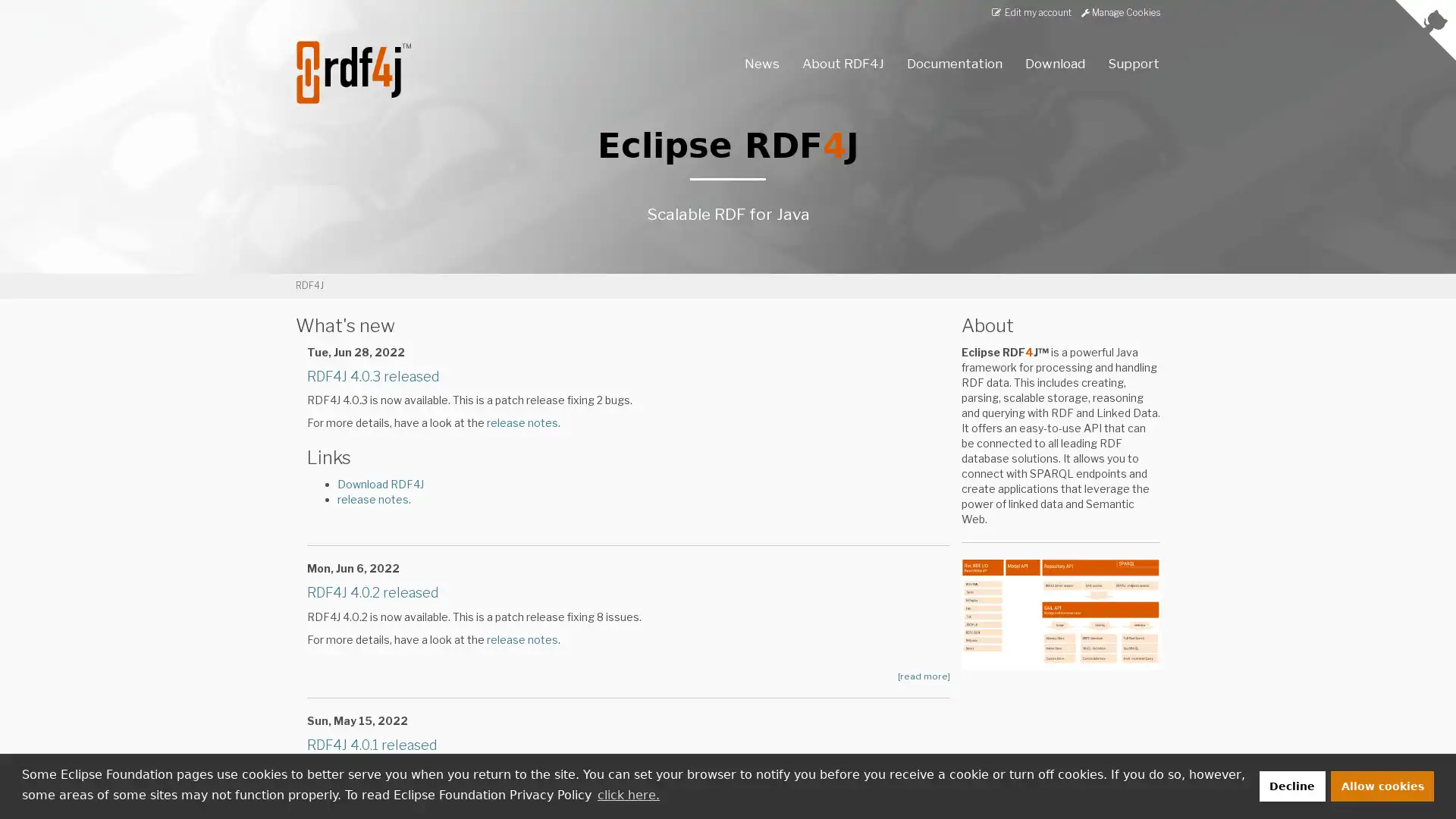 The height and width of the screenshot is (819, 1456). What do you see at coordinates (1291, 785) in the screenshot?
I see `deny cookies` at bounding box center [1291, 785].